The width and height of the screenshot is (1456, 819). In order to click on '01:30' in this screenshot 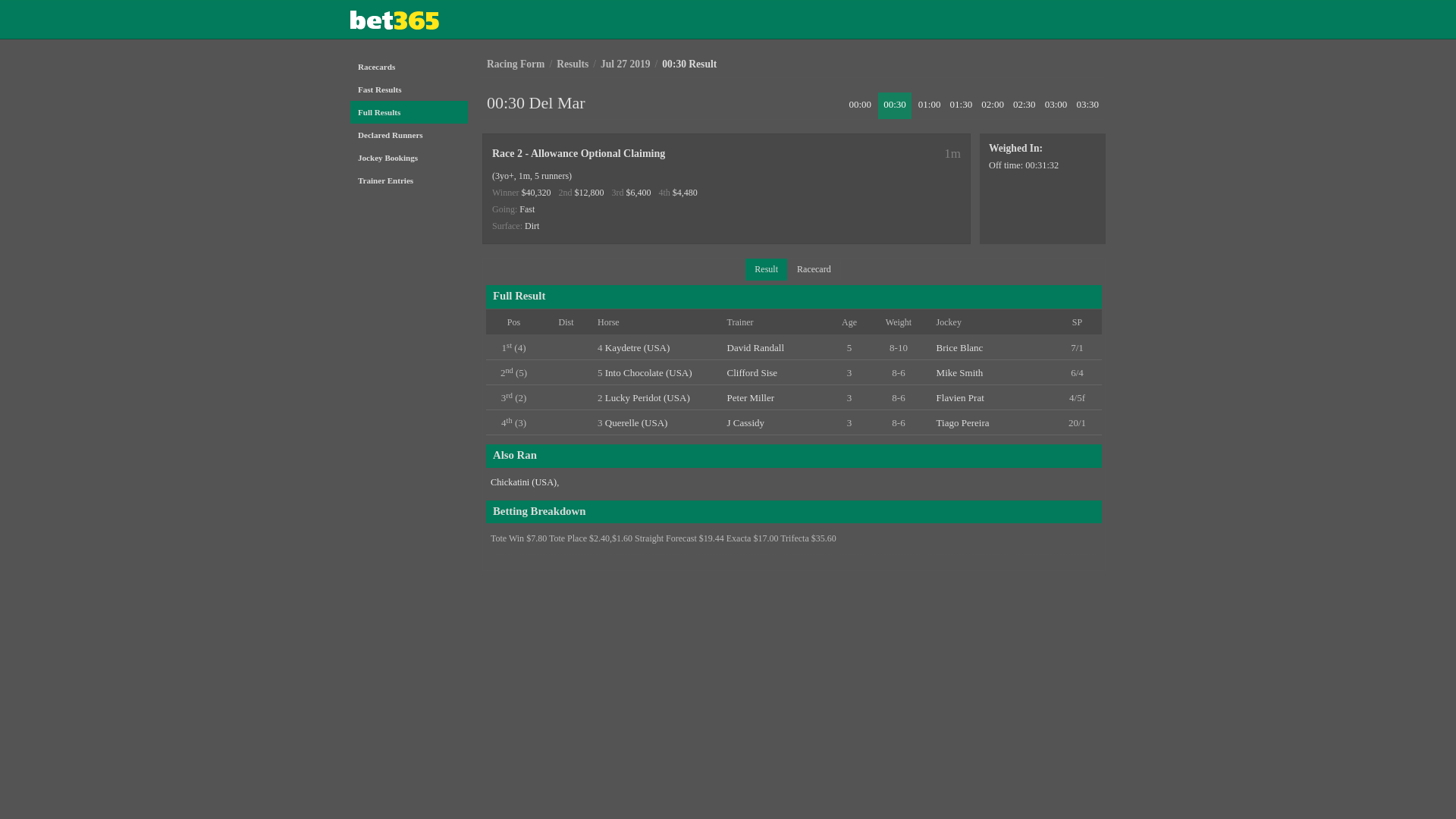, I will do `click(946, 105)`.